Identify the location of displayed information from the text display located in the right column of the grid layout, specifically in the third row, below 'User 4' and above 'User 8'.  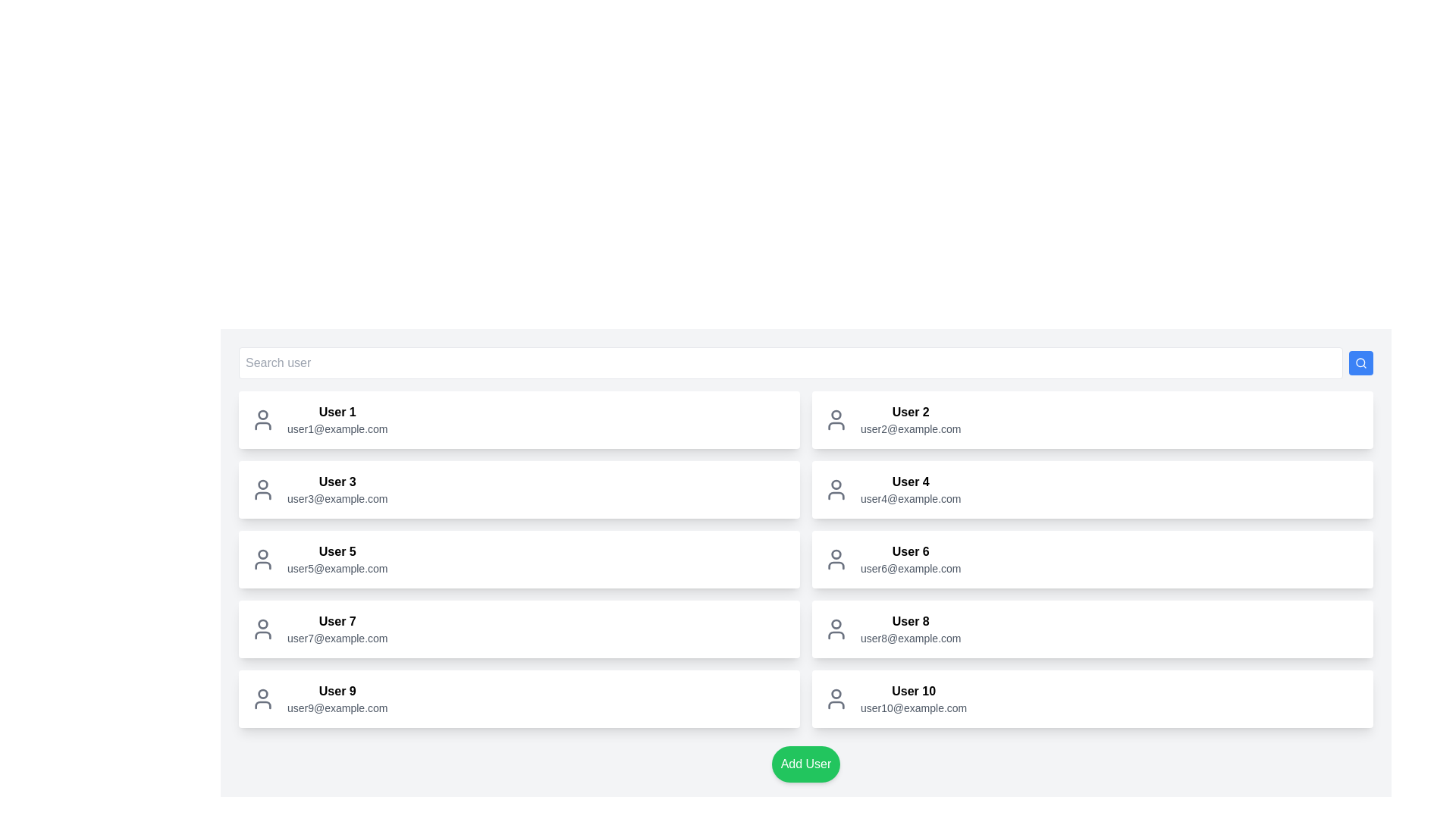
(910, 559).